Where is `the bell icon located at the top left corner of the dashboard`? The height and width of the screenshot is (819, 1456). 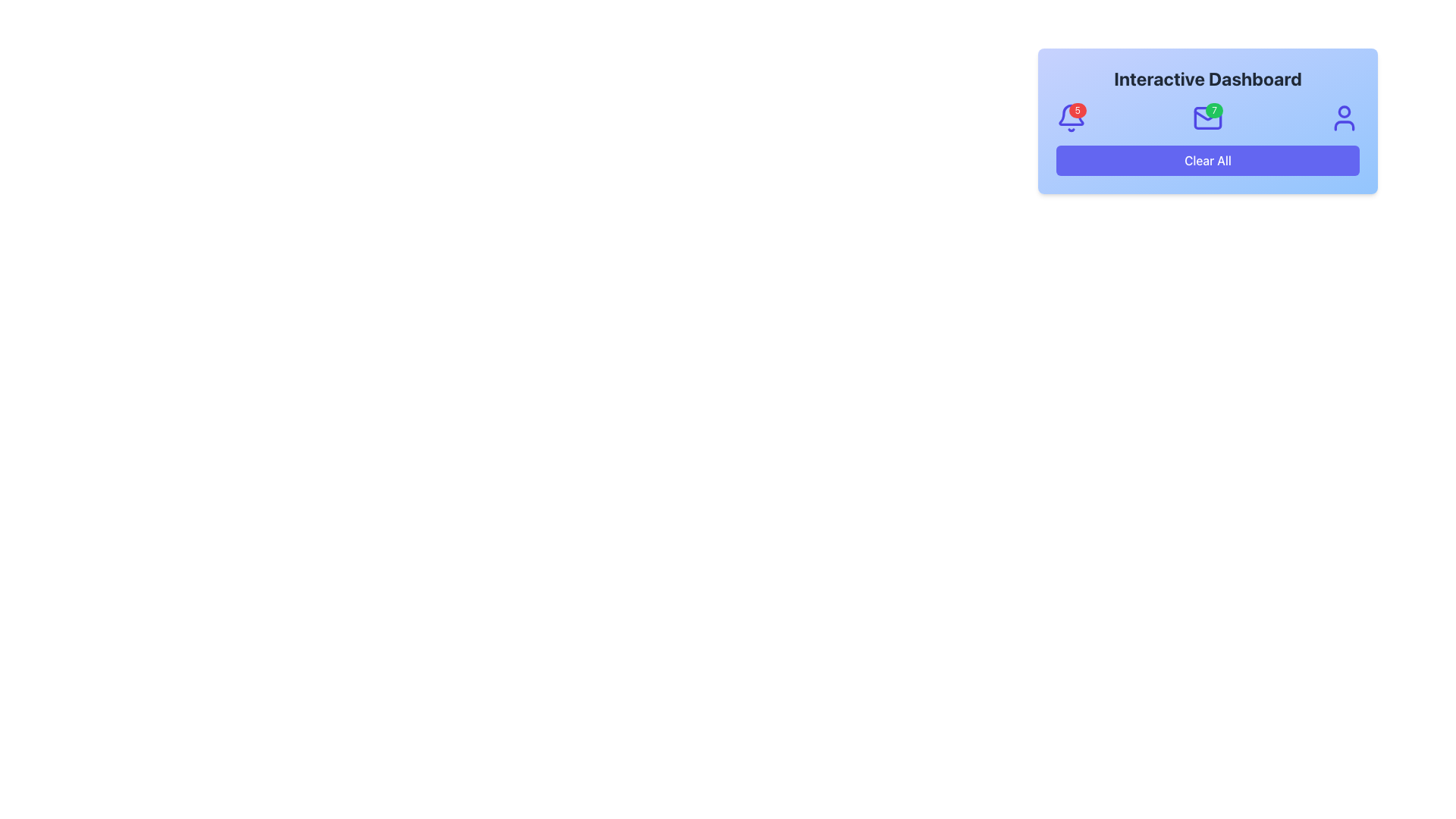
the bell icon located at the top left corner of the dashboard is located at coordinates (1070, 114).